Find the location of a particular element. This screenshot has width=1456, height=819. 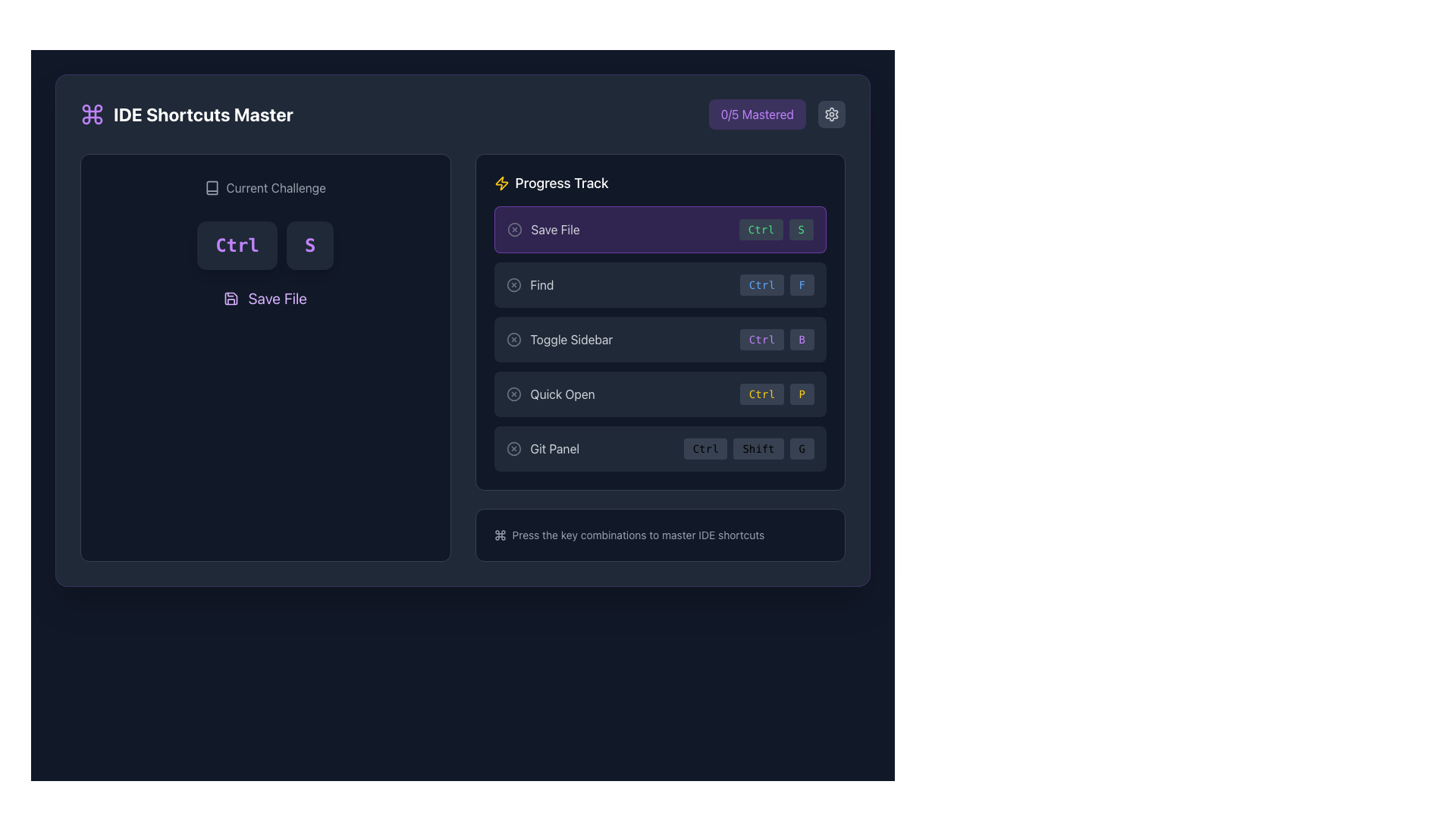

the static text label in the 'Progress Track' section that serves as an identifier for a functionality related is located at coordinates (562, 394).